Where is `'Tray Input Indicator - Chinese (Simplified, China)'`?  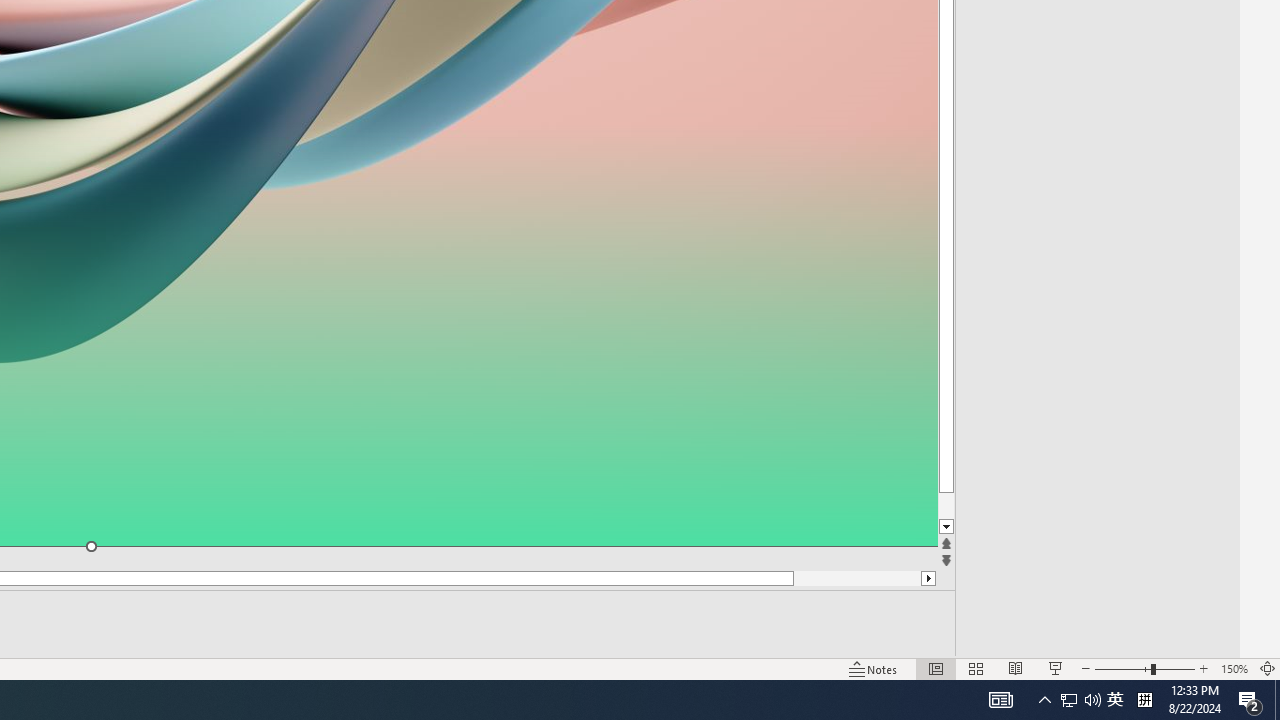 'Tray Input Indicator - Chinese (Simplified, China)' is located at coordinates (1114, 698).